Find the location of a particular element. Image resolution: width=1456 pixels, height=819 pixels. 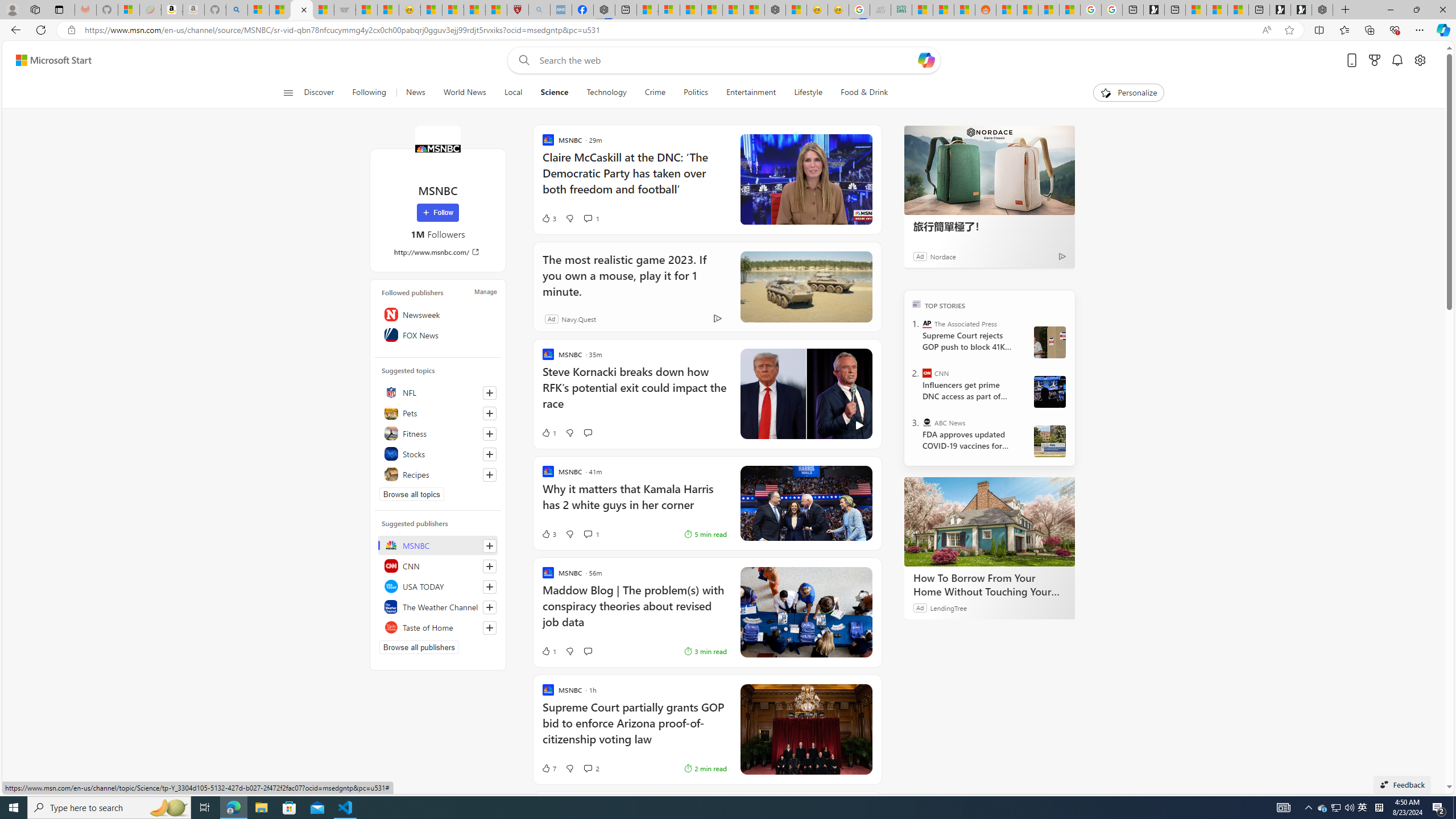

'14 Common Myths Debunked By Scientific Facts' is located at coordinates (733, 9).